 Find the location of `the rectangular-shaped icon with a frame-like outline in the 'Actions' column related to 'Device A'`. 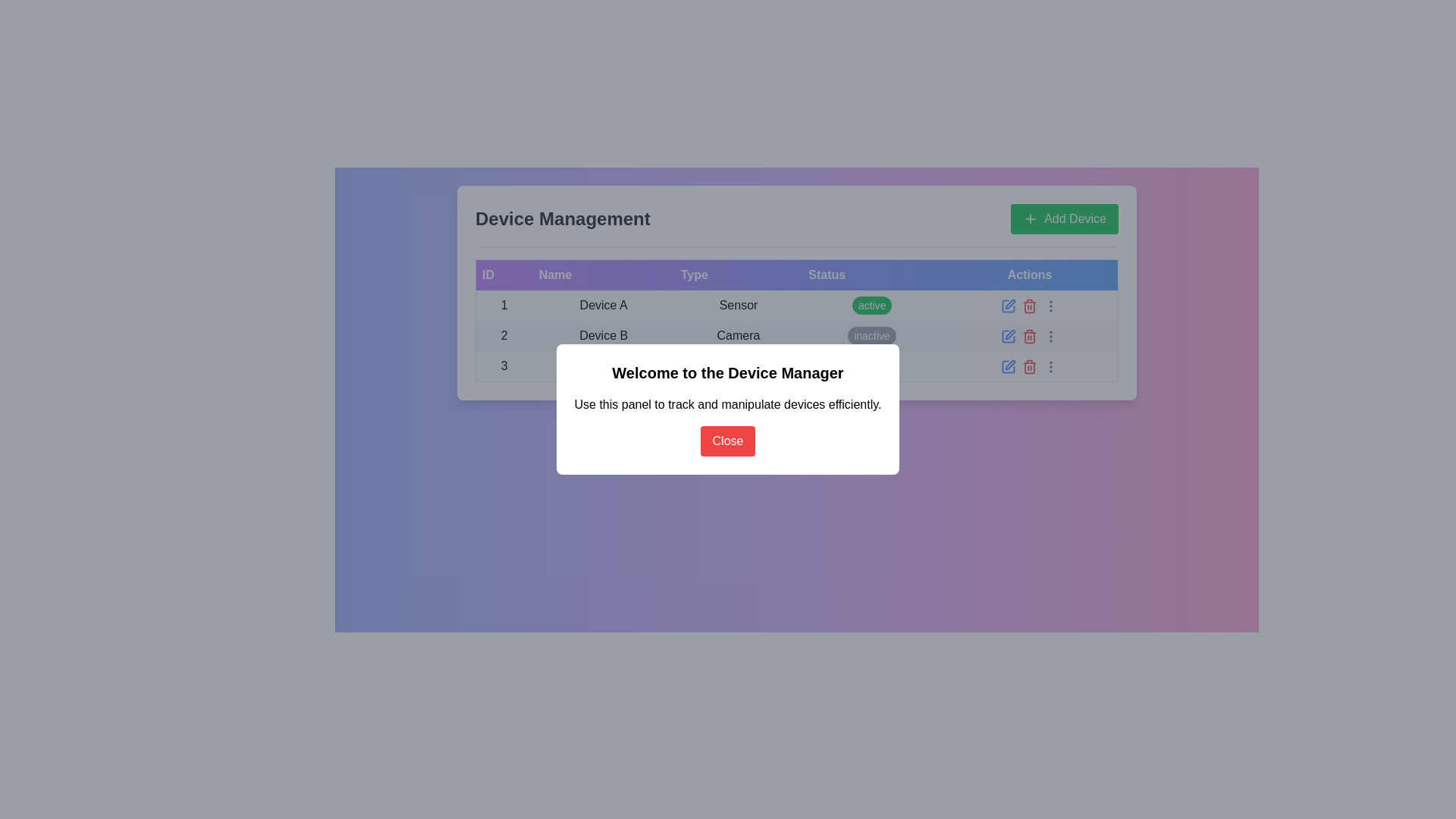

the rectangular-shaped icon with a frame-like outline in the 'Actions' column related to 'Device A' is located at coordinates (1008, 305).